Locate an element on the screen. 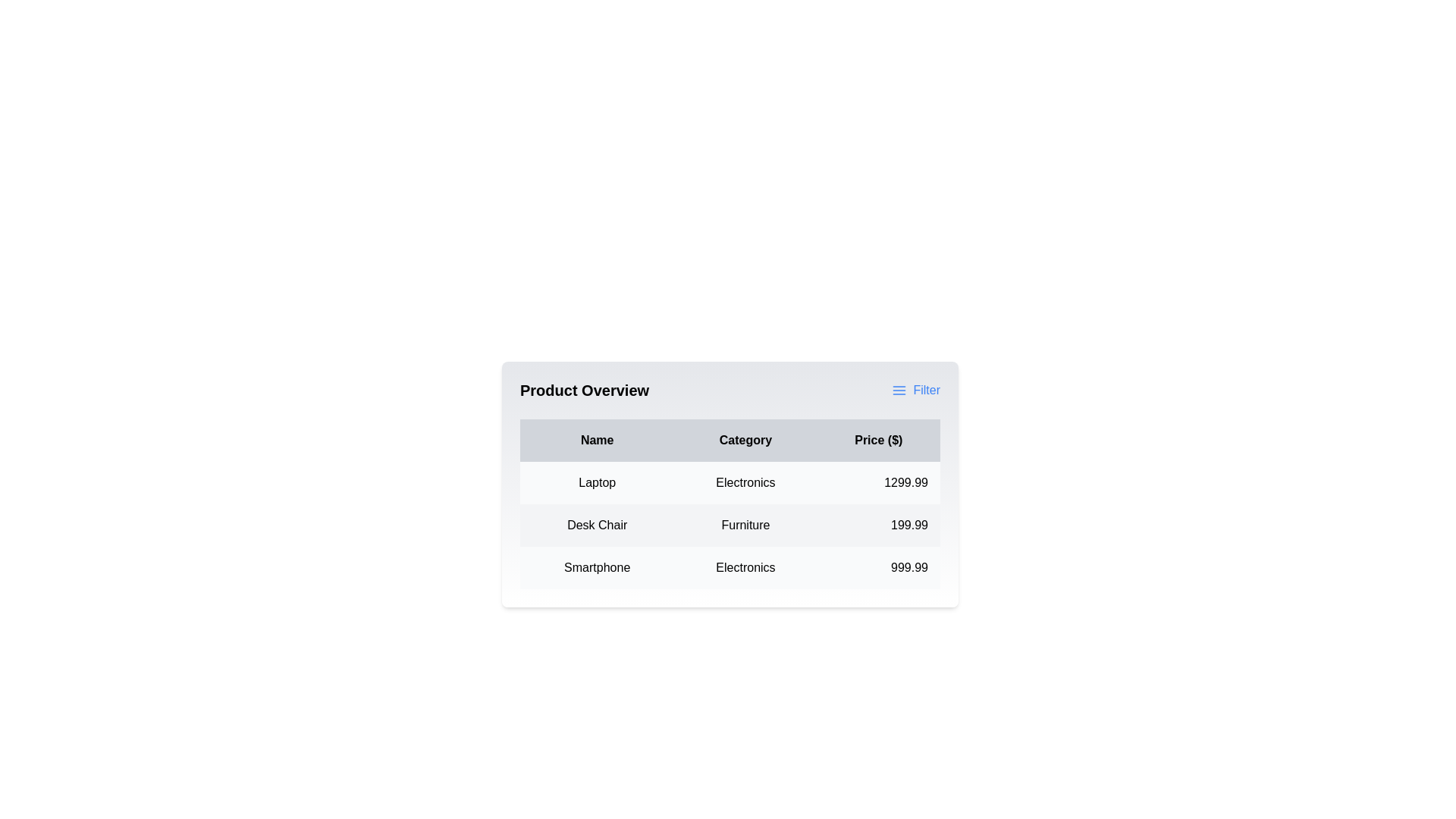  the text label displaying the product name 'Smartphone' in the third row of the 'Product Overview' table is located at coordinates (596, 567).